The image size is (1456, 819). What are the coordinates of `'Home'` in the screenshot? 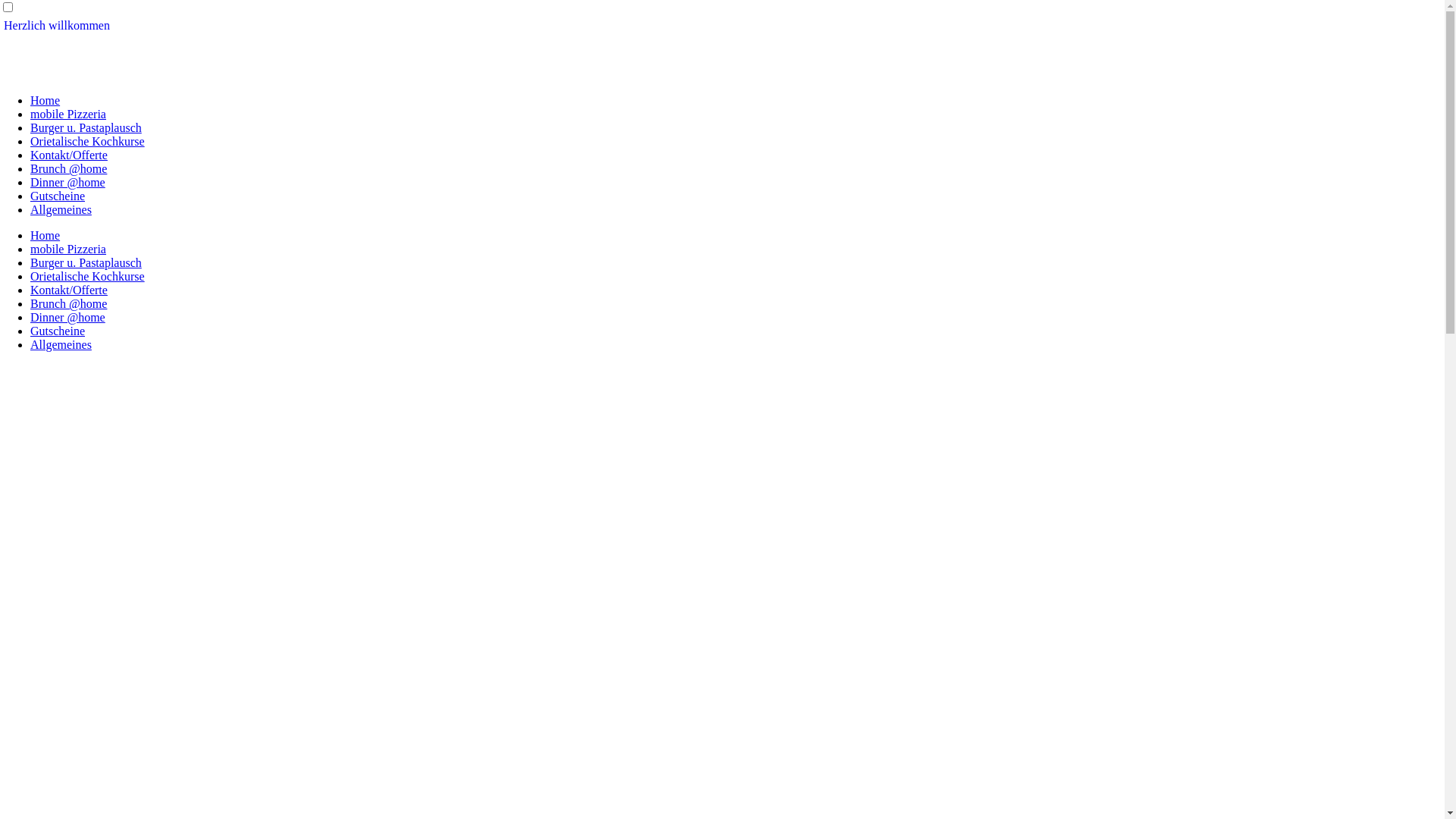 It's located at (45, 235).